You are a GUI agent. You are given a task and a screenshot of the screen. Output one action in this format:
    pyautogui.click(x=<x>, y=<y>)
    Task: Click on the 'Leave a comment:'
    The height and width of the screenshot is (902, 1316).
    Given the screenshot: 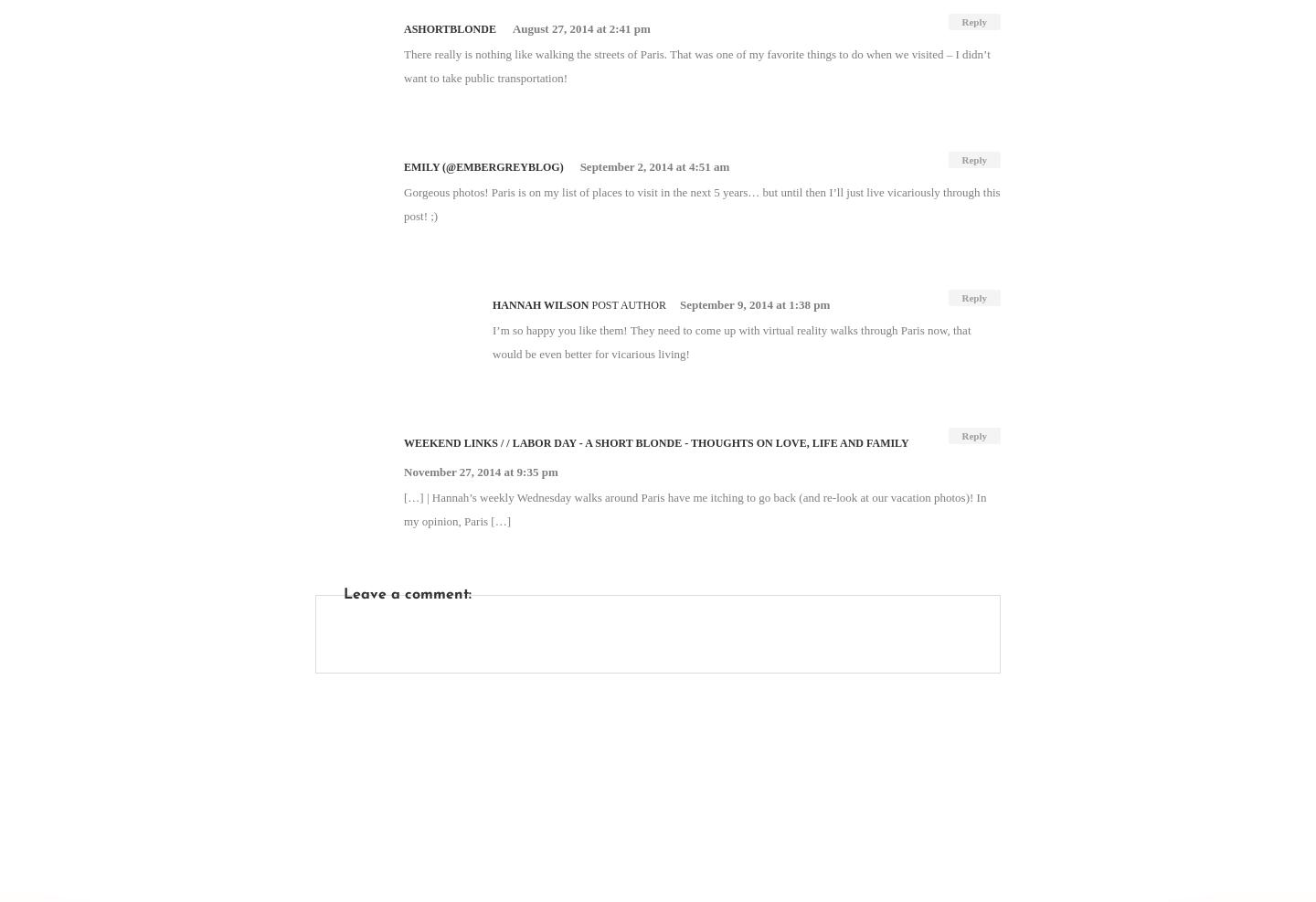 What is the action you would take?
    pyautogui.click(x=342, y=594)
    